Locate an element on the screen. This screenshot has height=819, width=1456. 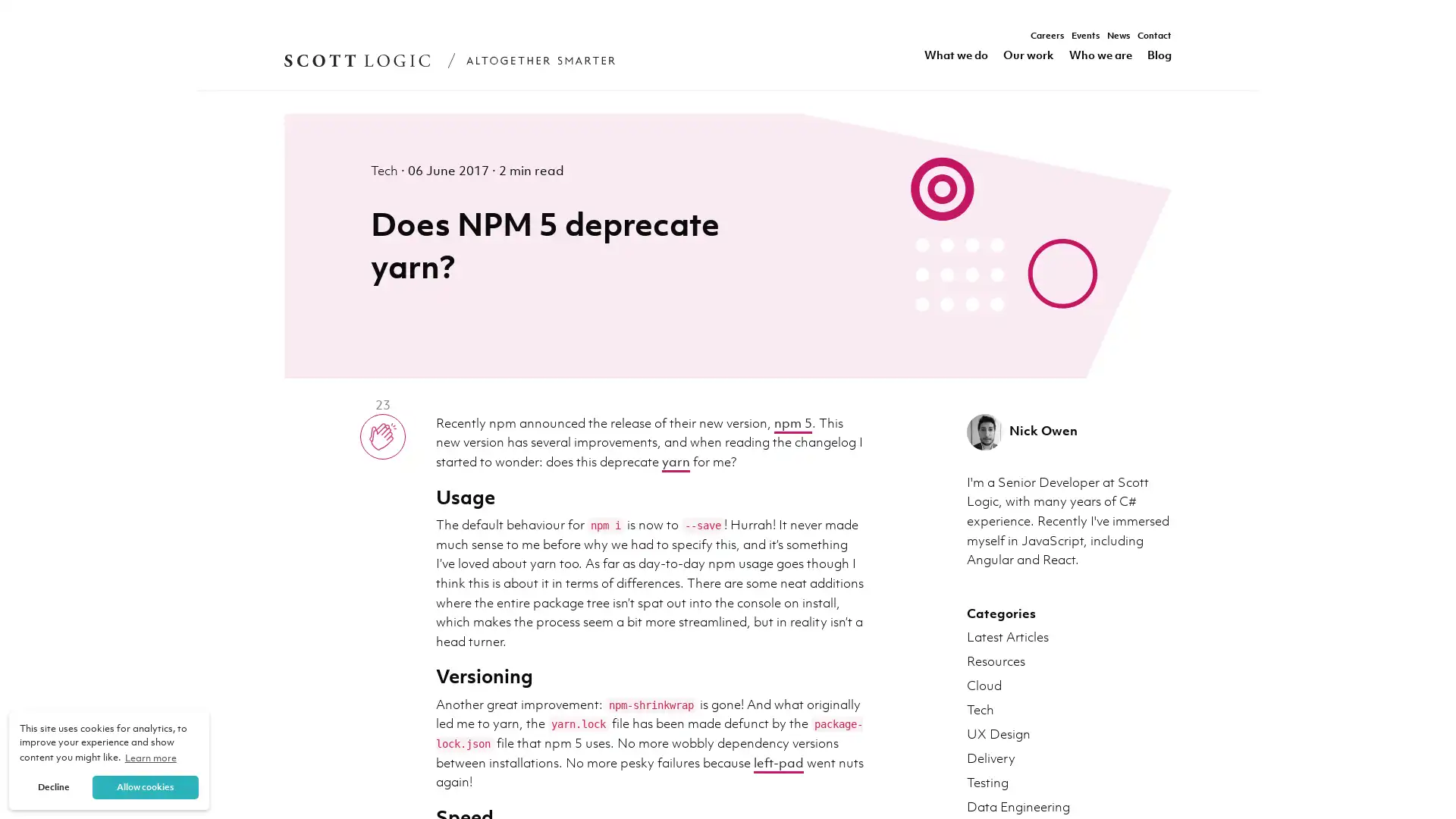
allow cookies is located at coordinates (145, 786).